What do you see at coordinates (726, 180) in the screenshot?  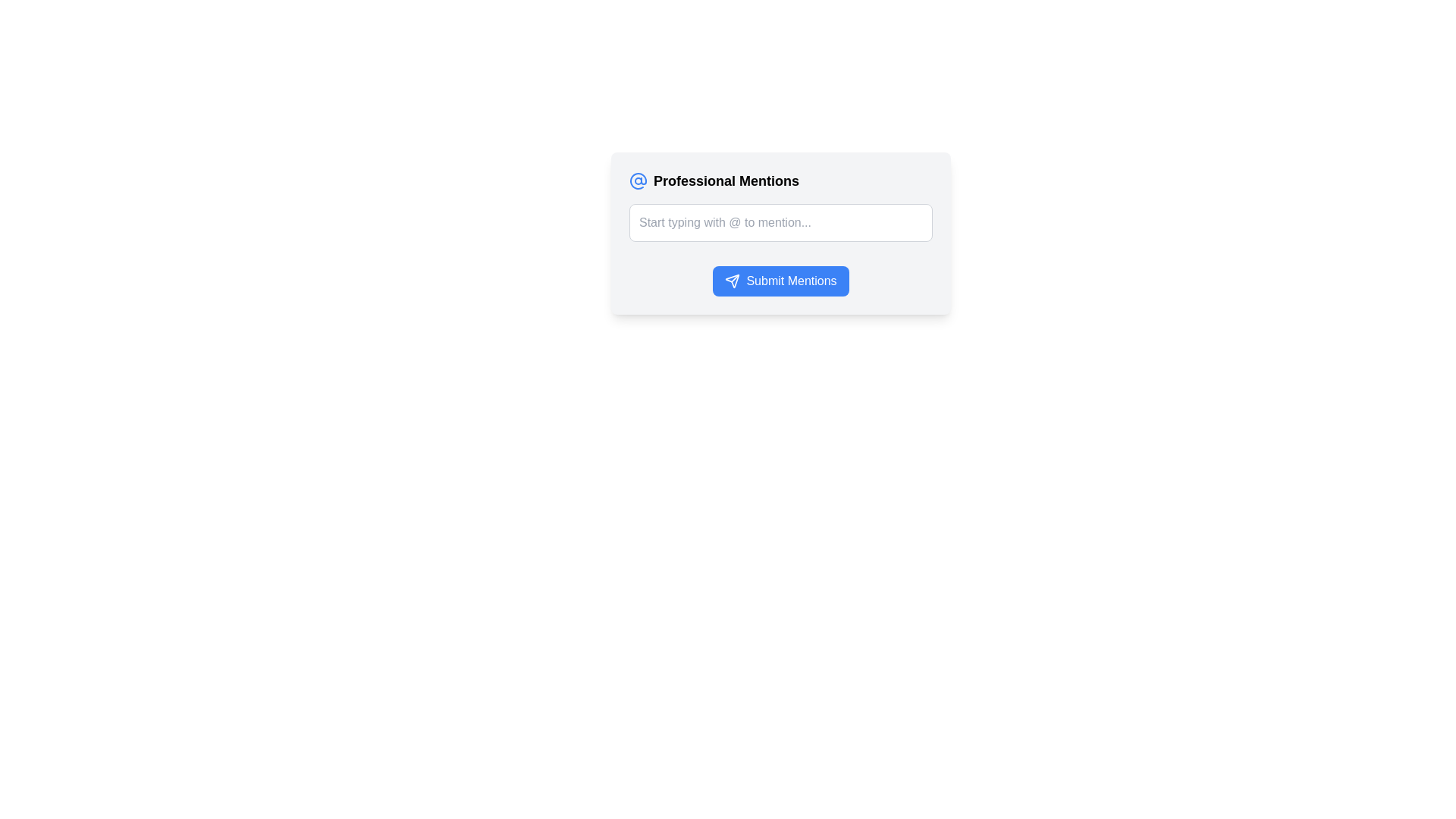 I see `the text heading located in the upper-left section of the focus interface card, which is to the right of a blue at-sign icon and above a text input box and a submission button` at bounding box center [726, 180].